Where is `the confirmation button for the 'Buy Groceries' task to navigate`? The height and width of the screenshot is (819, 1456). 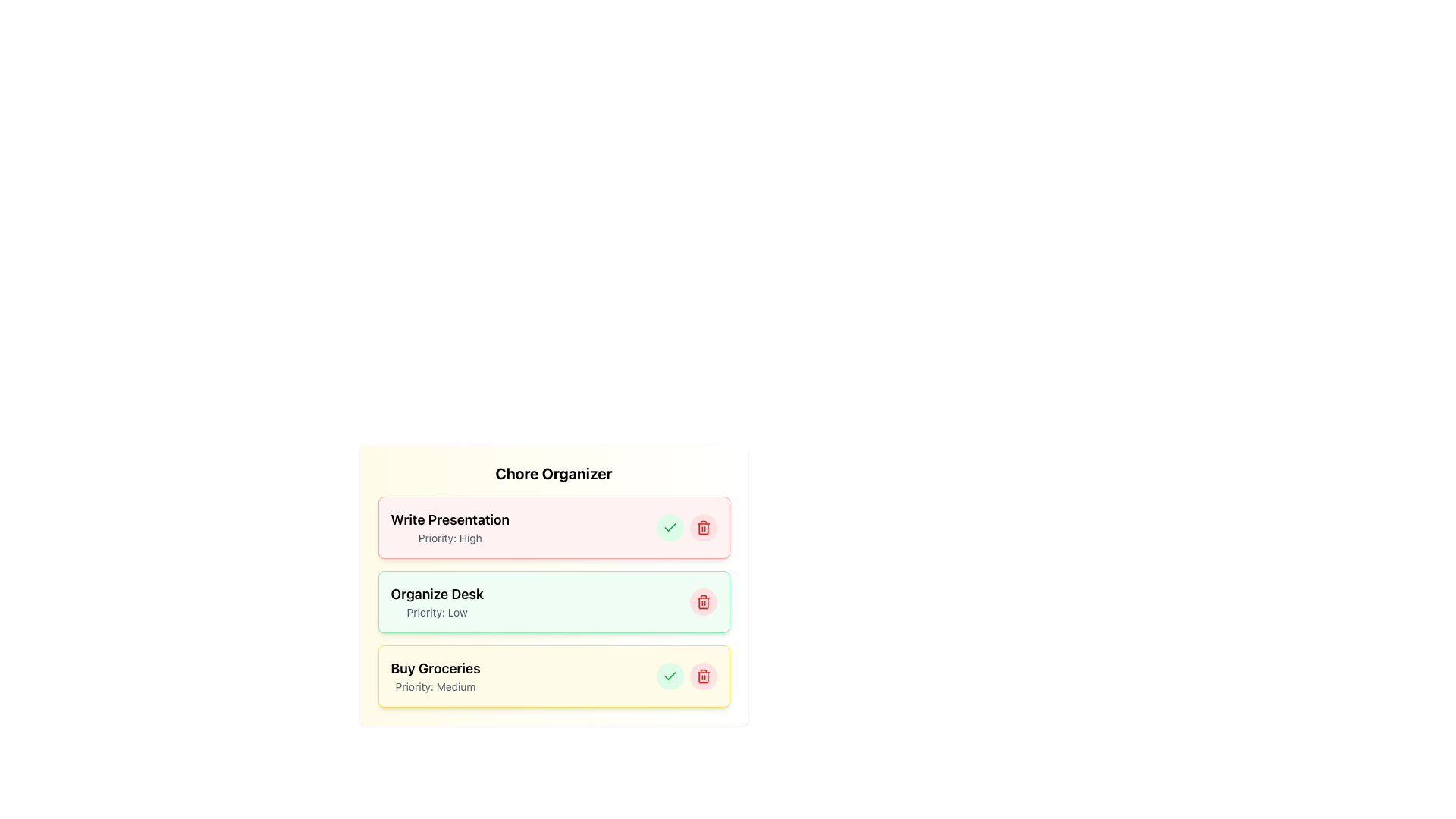
the confirmation button for the 'Buy Groceries' task to navigate is located at coordinates (669, 675).